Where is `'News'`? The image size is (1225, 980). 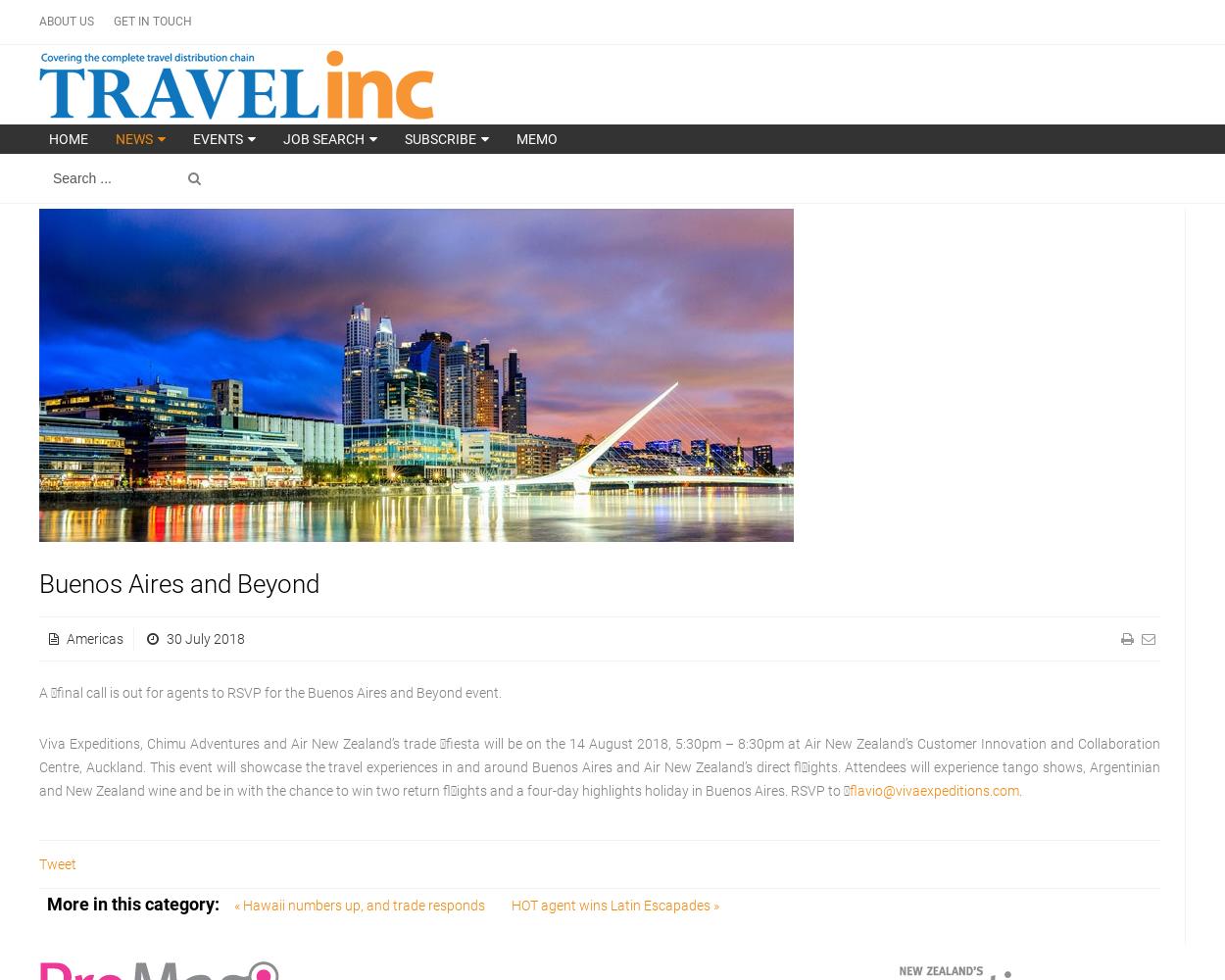 'News' is located at coordinates (134, 139).